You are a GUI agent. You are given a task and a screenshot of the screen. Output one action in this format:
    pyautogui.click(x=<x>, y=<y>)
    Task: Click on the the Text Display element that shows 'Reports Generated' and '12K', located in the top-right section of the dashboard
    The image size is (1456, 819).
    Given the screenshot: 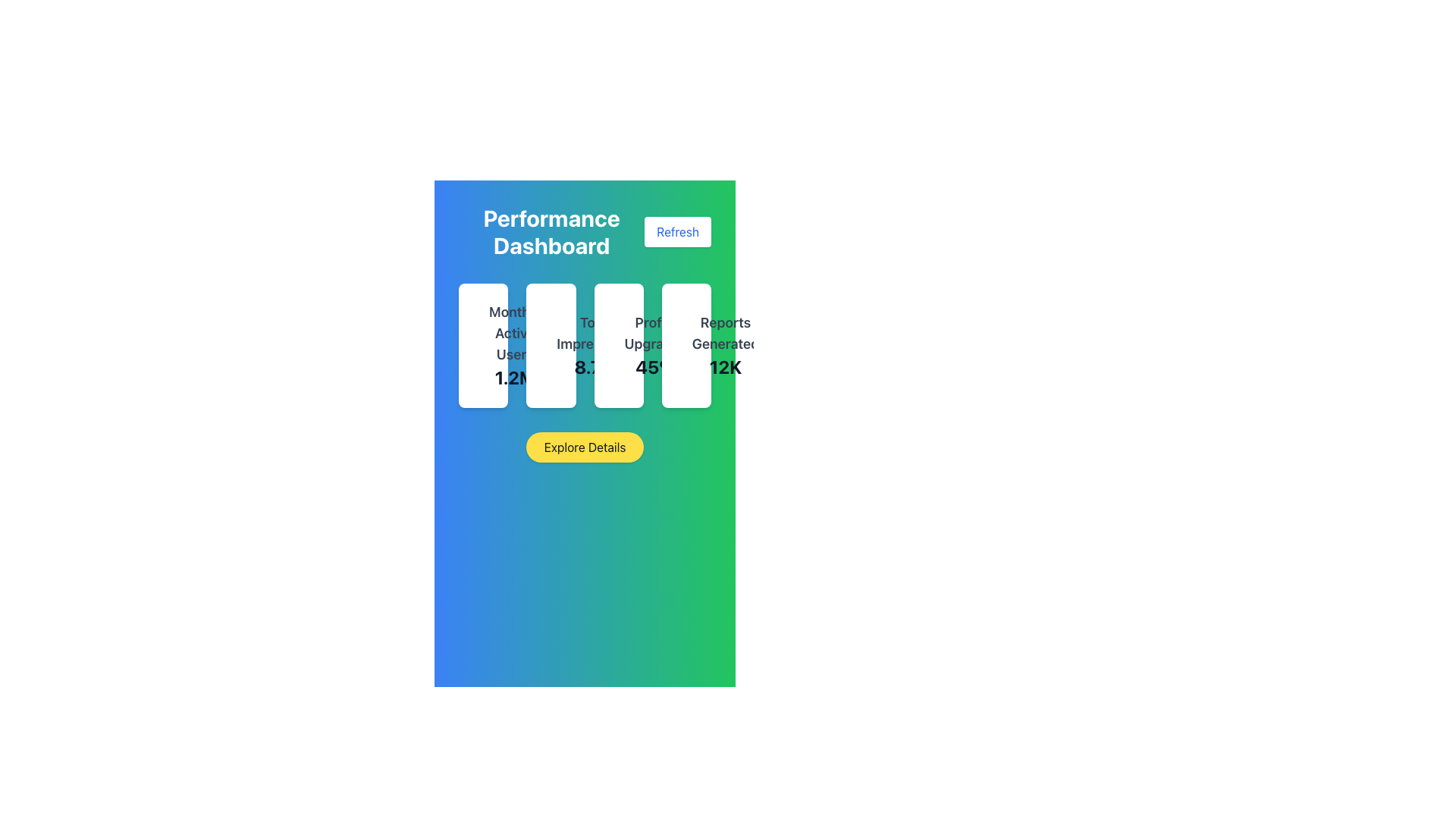 What is the action you would take?
    pyautogui.click(x=724, y=345)
    